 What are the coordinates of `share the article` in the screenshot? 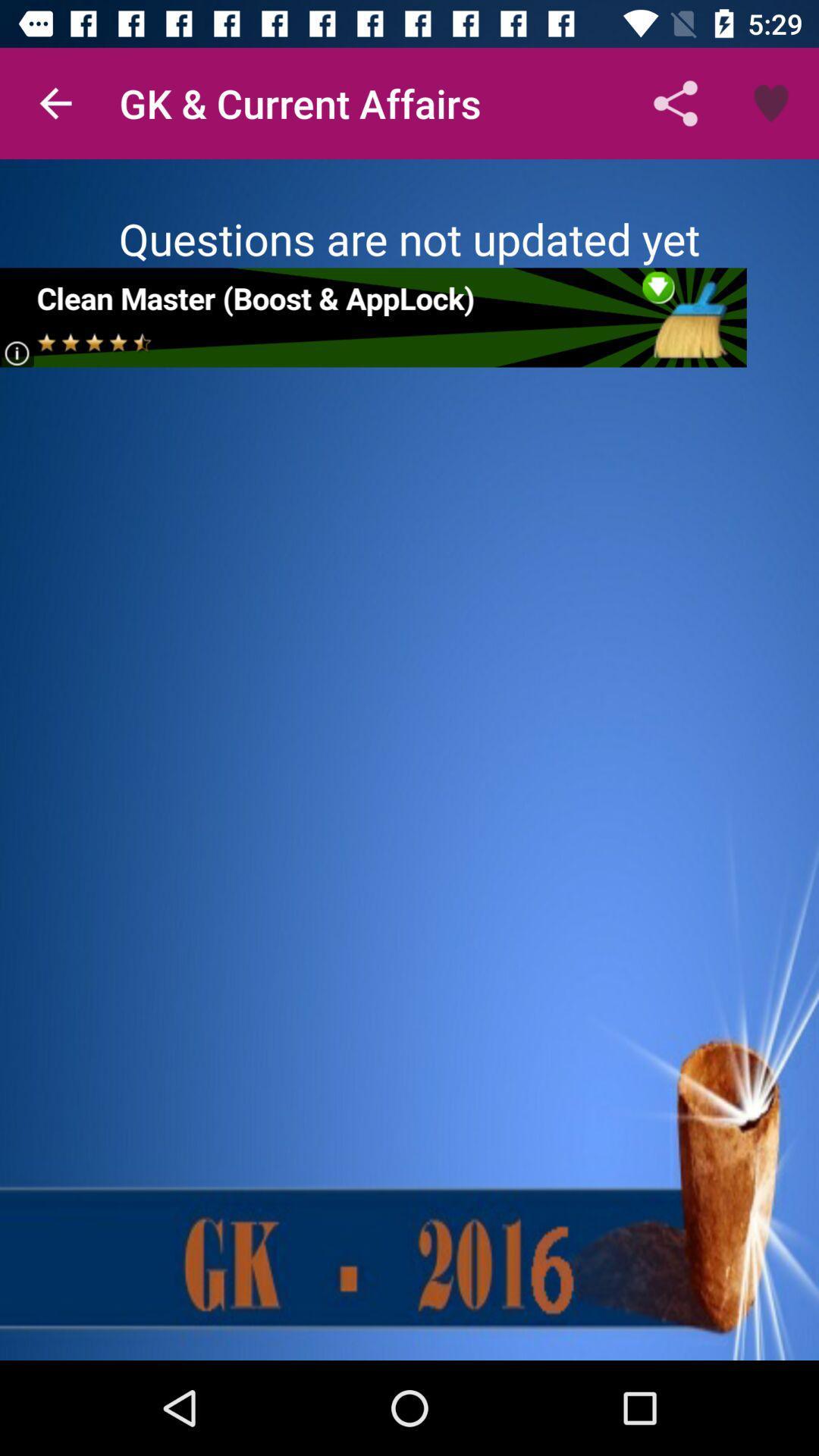 It's located at (373, 316).